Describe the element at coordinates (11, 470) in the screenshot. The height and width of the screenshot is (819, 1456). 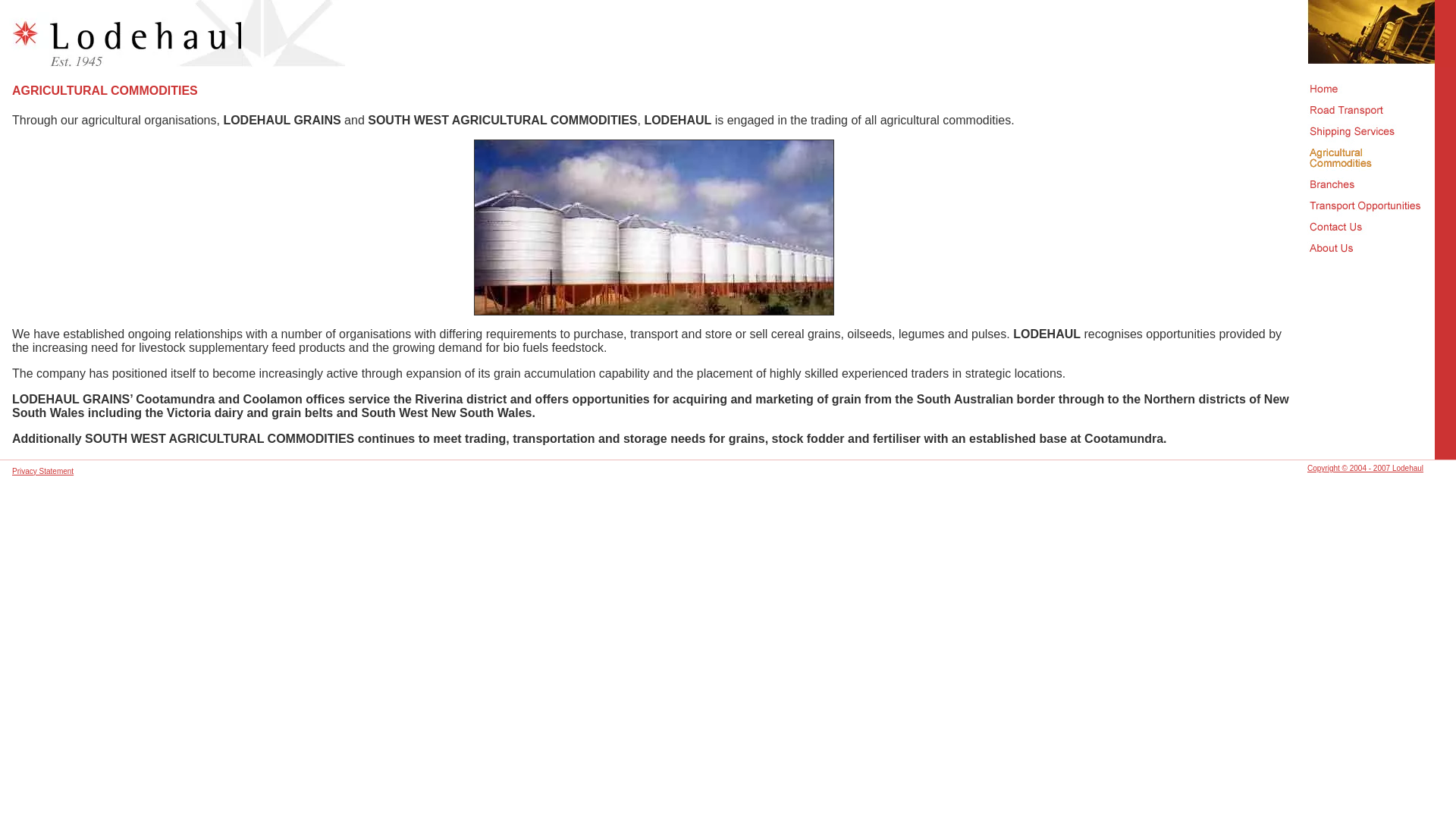
I see `'Privacy Statement'` at that location.